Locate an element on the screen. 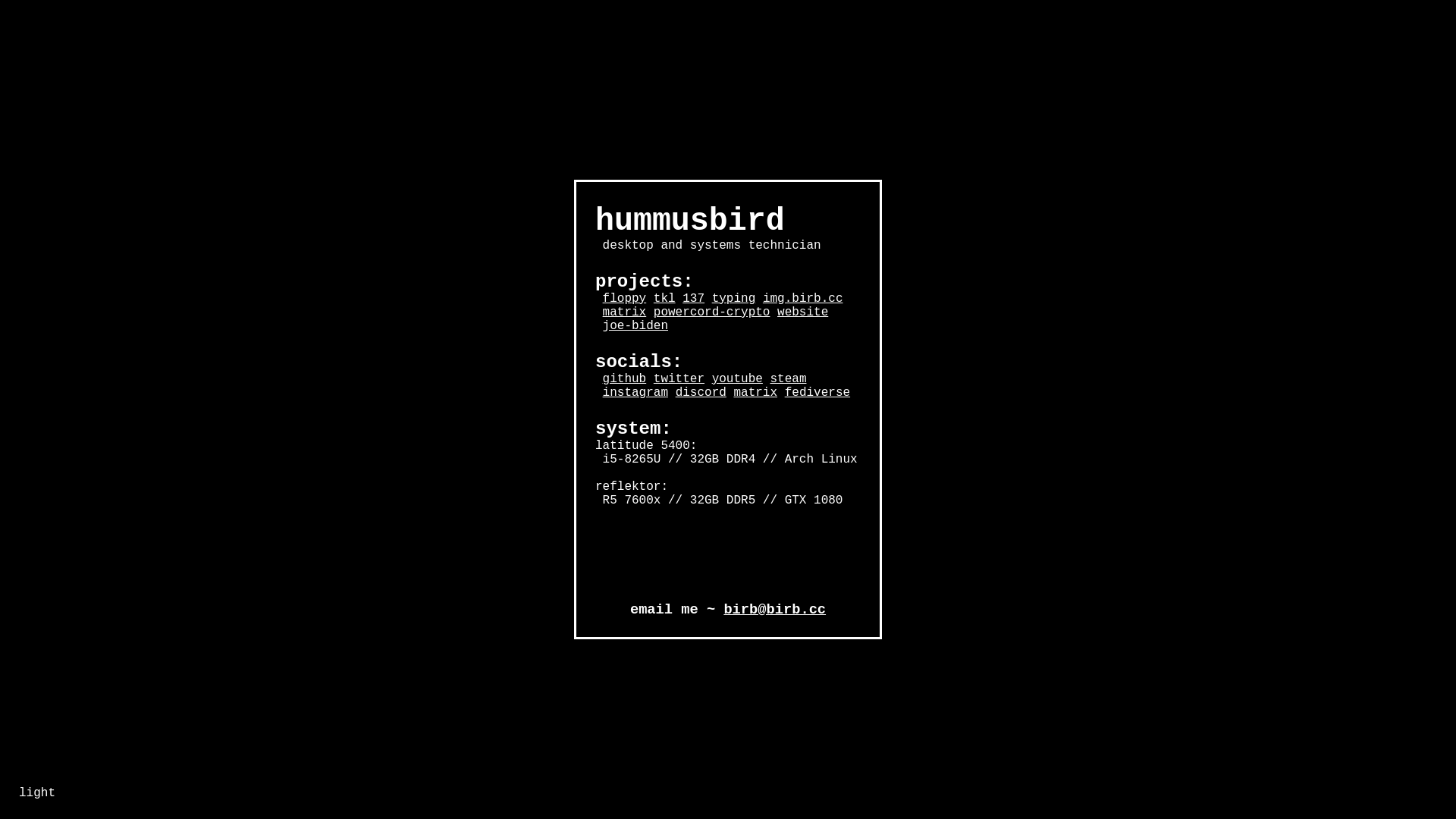 This screenshot has width=1456, height=819. 'birb@birb.cc' is located at coordinates (774, 608).